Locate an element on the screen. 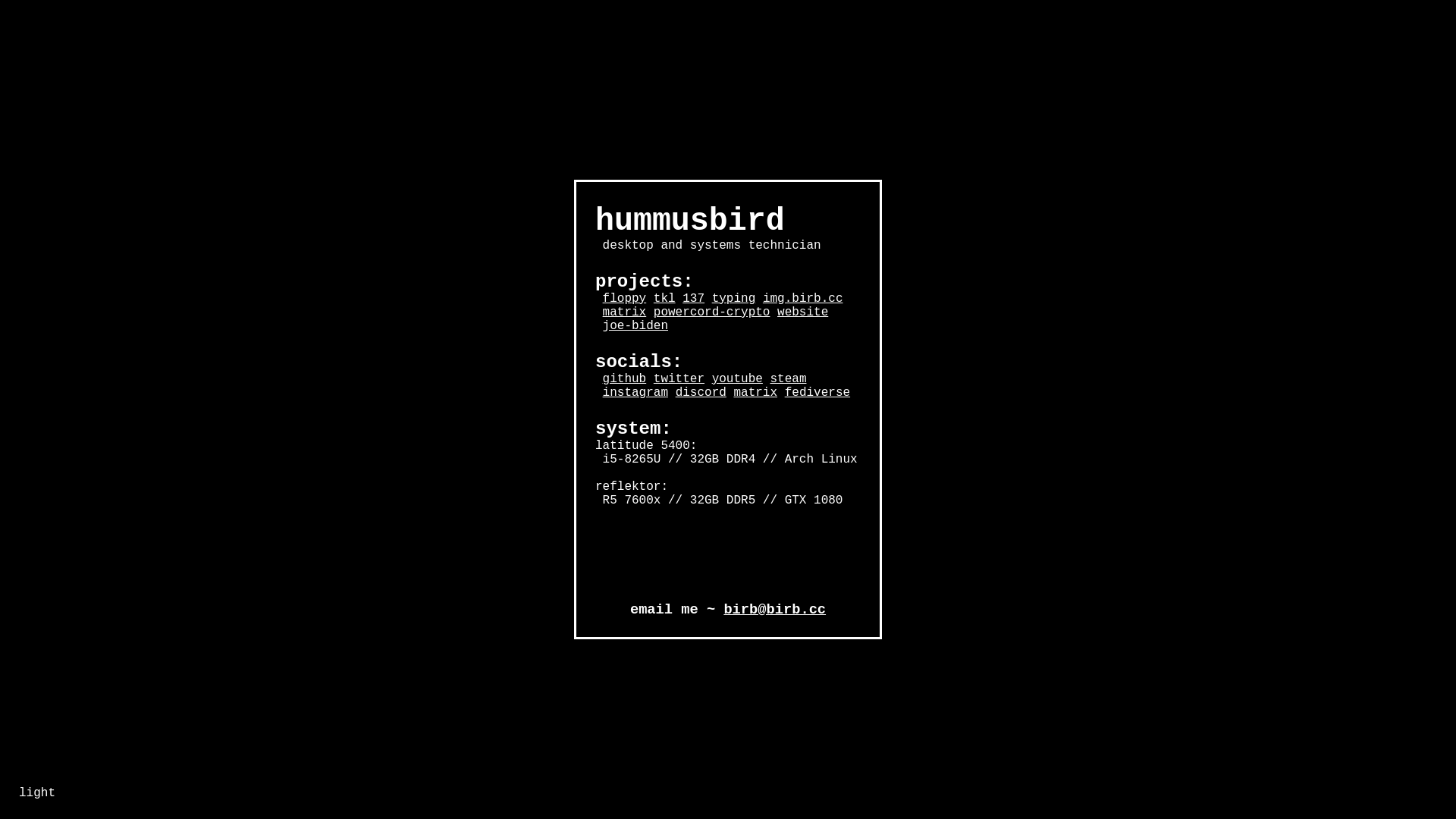 This screenshot has width=1456, height=819. 'birb@birb.cc' is located at coordinates (774, 608).